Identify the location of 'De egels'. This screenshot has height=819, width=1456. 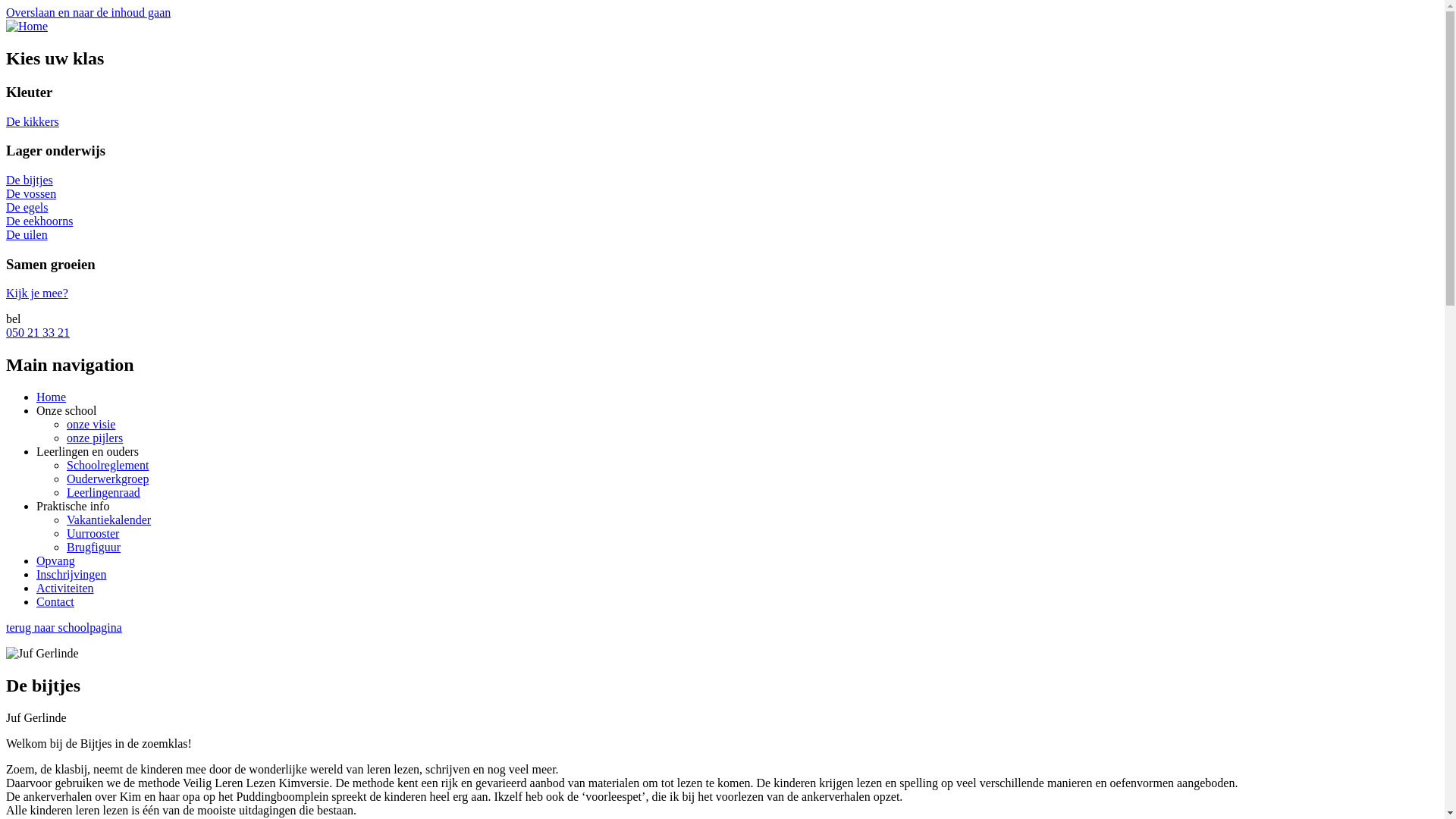
(27, 207).